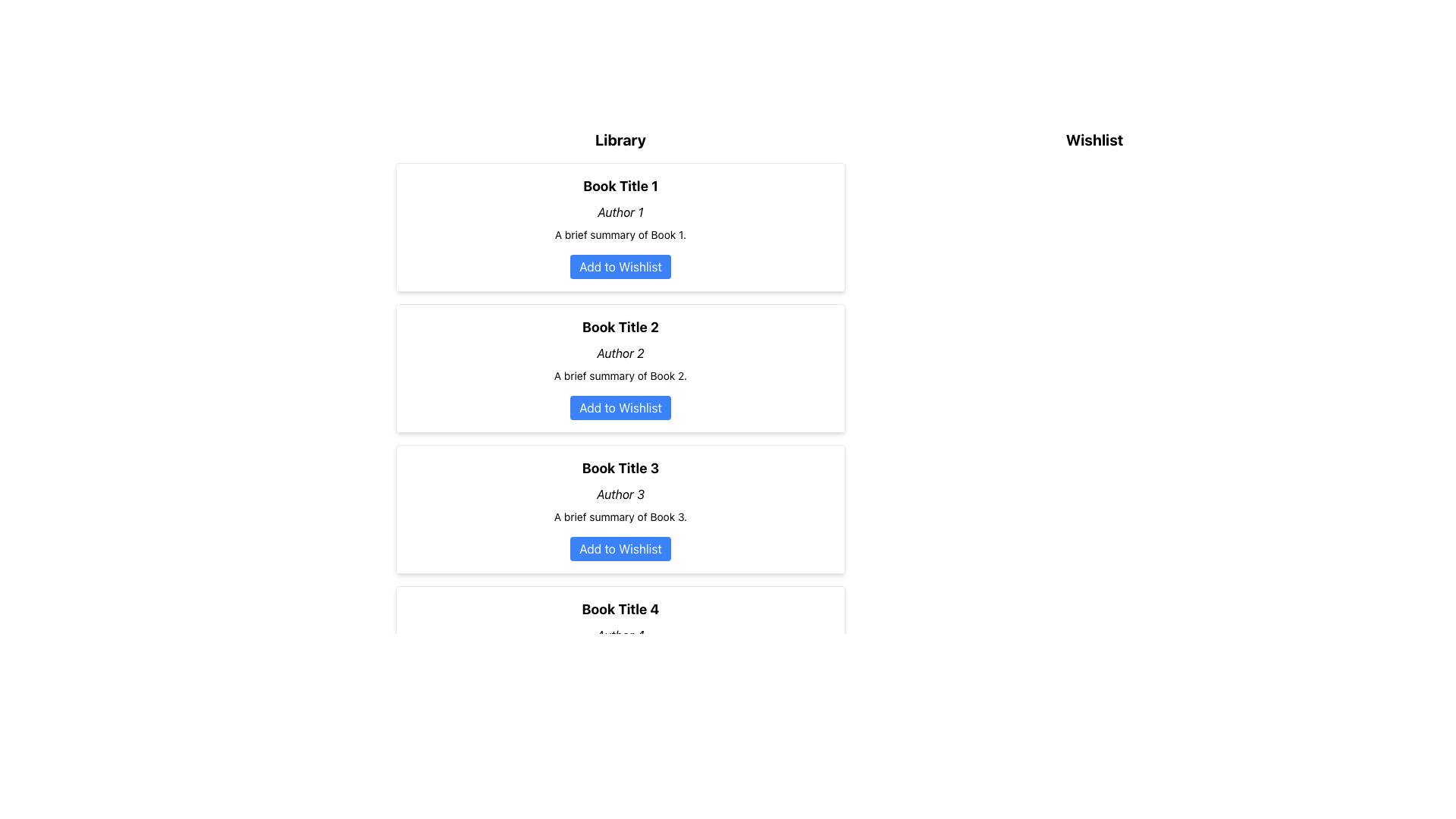  I want to click on the button located at the bottom of the card titled 'Book Title 1', so click(620, 265).